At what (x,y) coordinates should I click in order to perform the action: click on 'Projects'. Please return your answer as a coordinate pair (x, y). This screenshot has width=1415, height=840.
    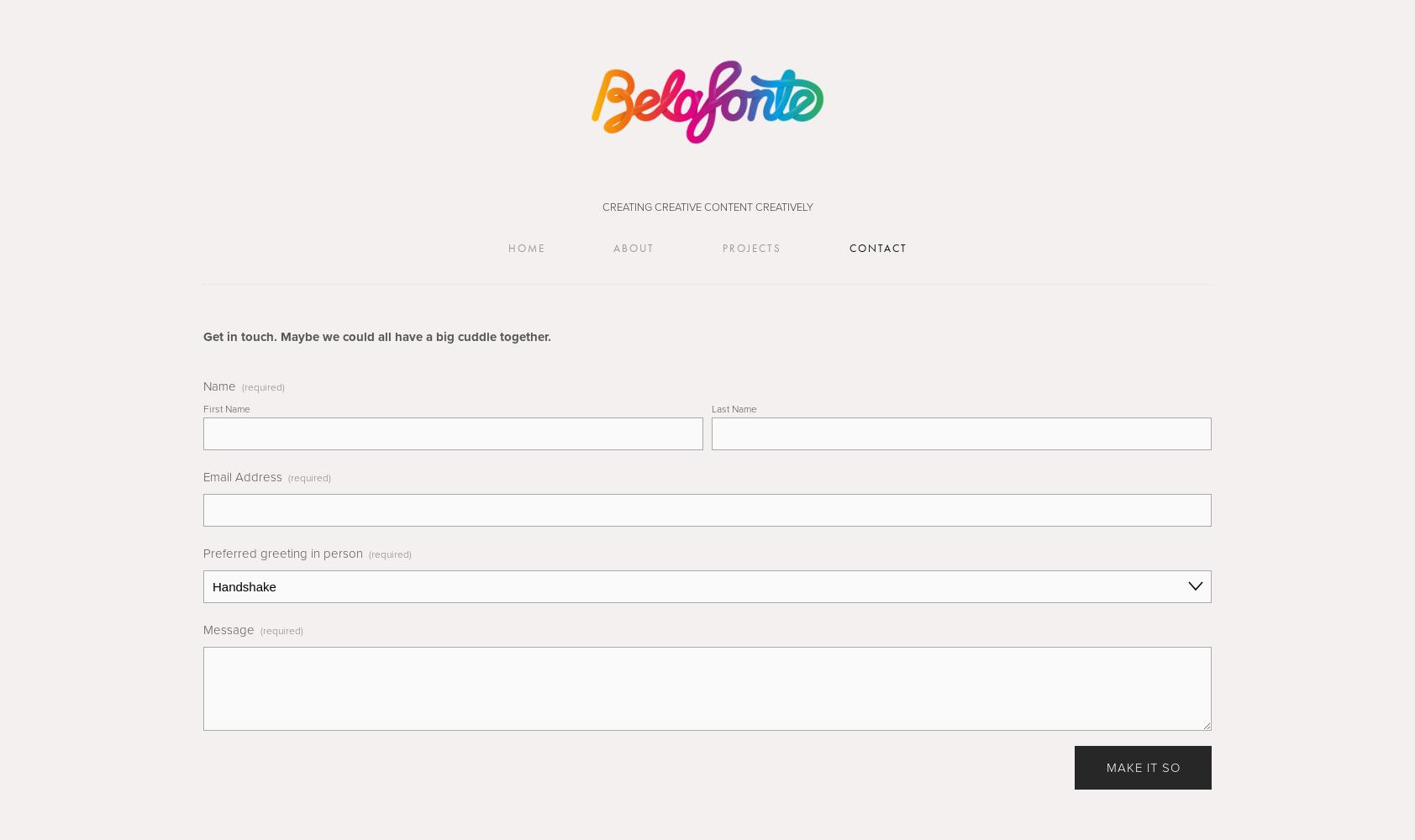
    Looking at the image, I should click on (750, 247).